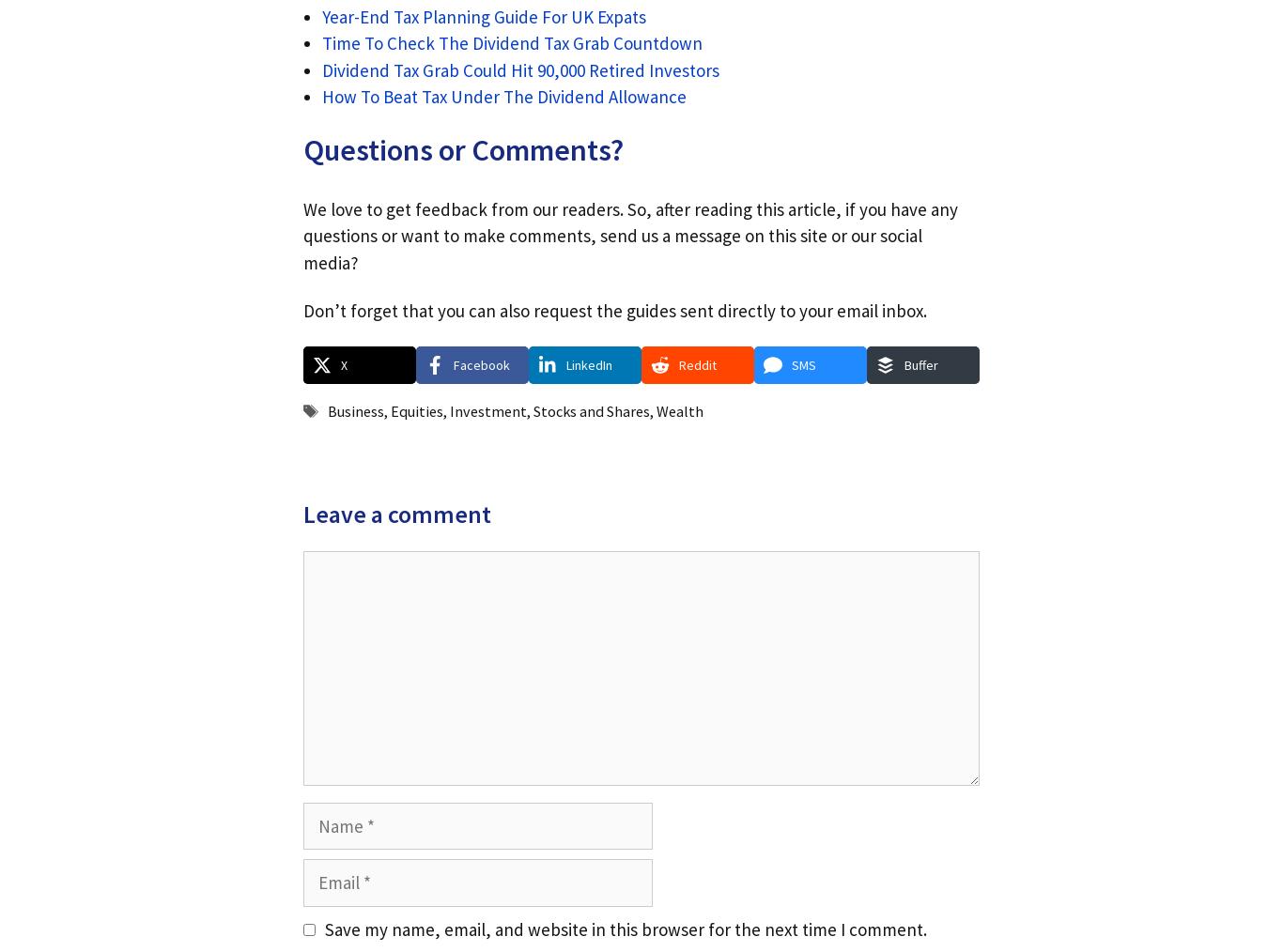 This screenshot has height=952, width=1283. What do you see at coordinates (503, 97) in the screenshot?
I see `'How To Beat Tax Under The Dividend Allowance'` at bounding box center [503, 97].